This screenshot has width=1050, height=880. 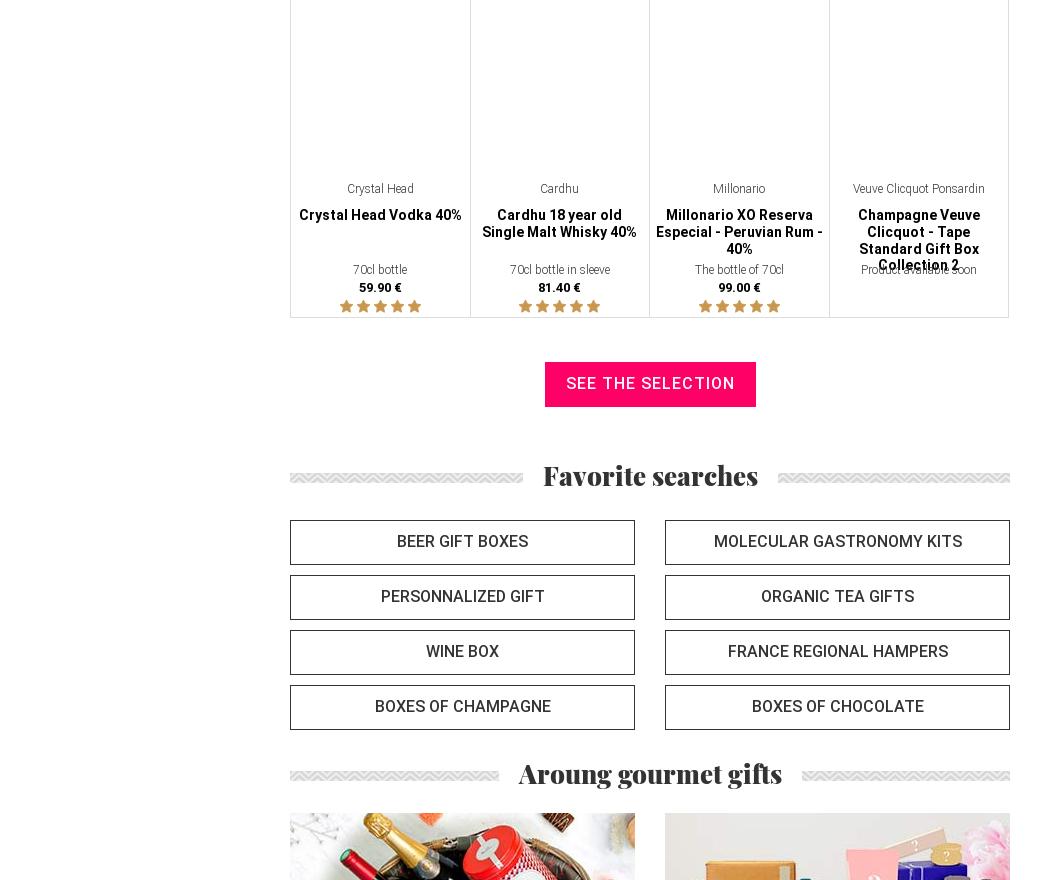 I want to click on 'Crystal Head Vodka 40%', so click(x=379, y=214).